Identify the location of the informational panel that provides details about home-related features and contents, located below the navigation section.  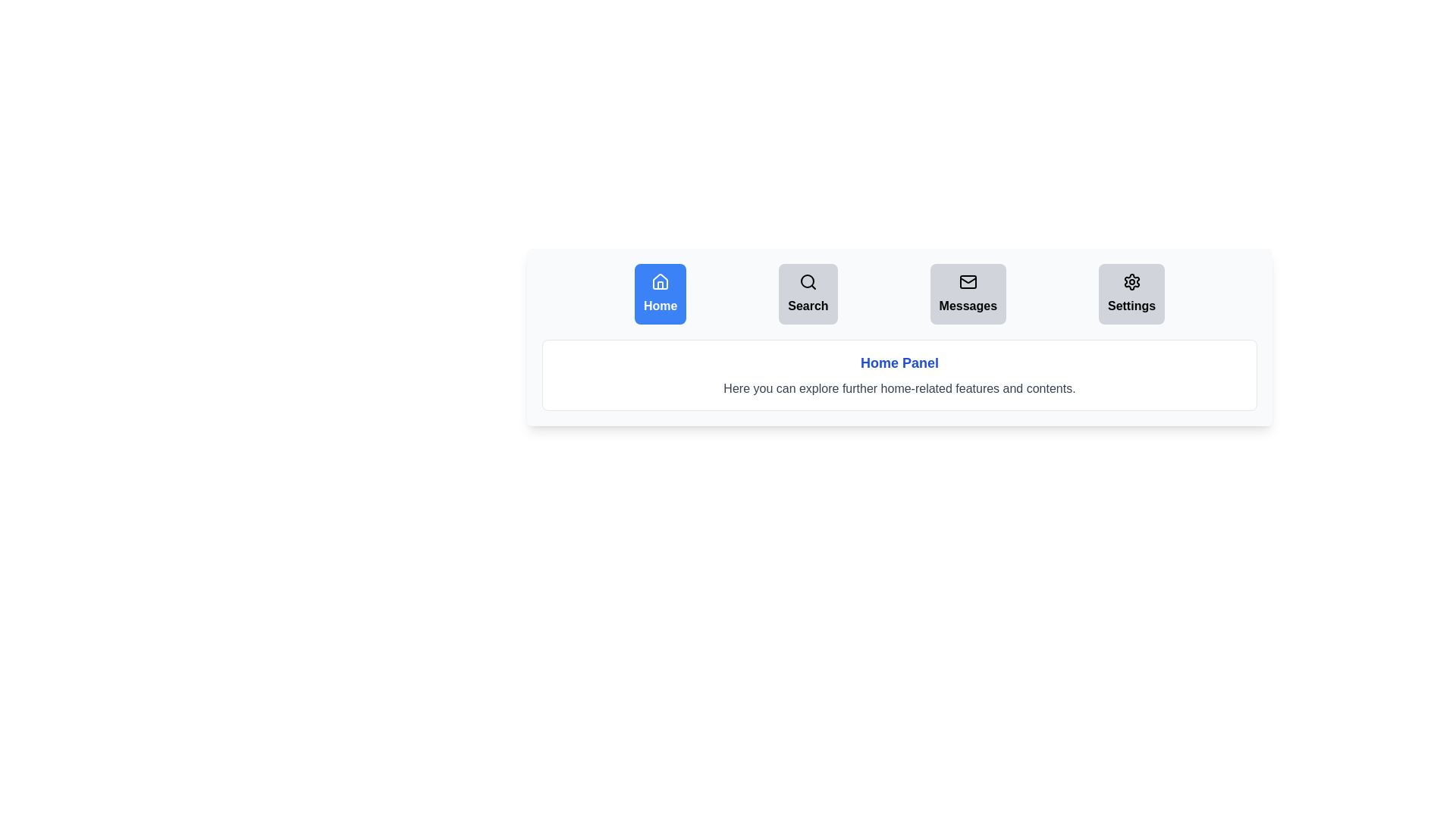
(899, 375).